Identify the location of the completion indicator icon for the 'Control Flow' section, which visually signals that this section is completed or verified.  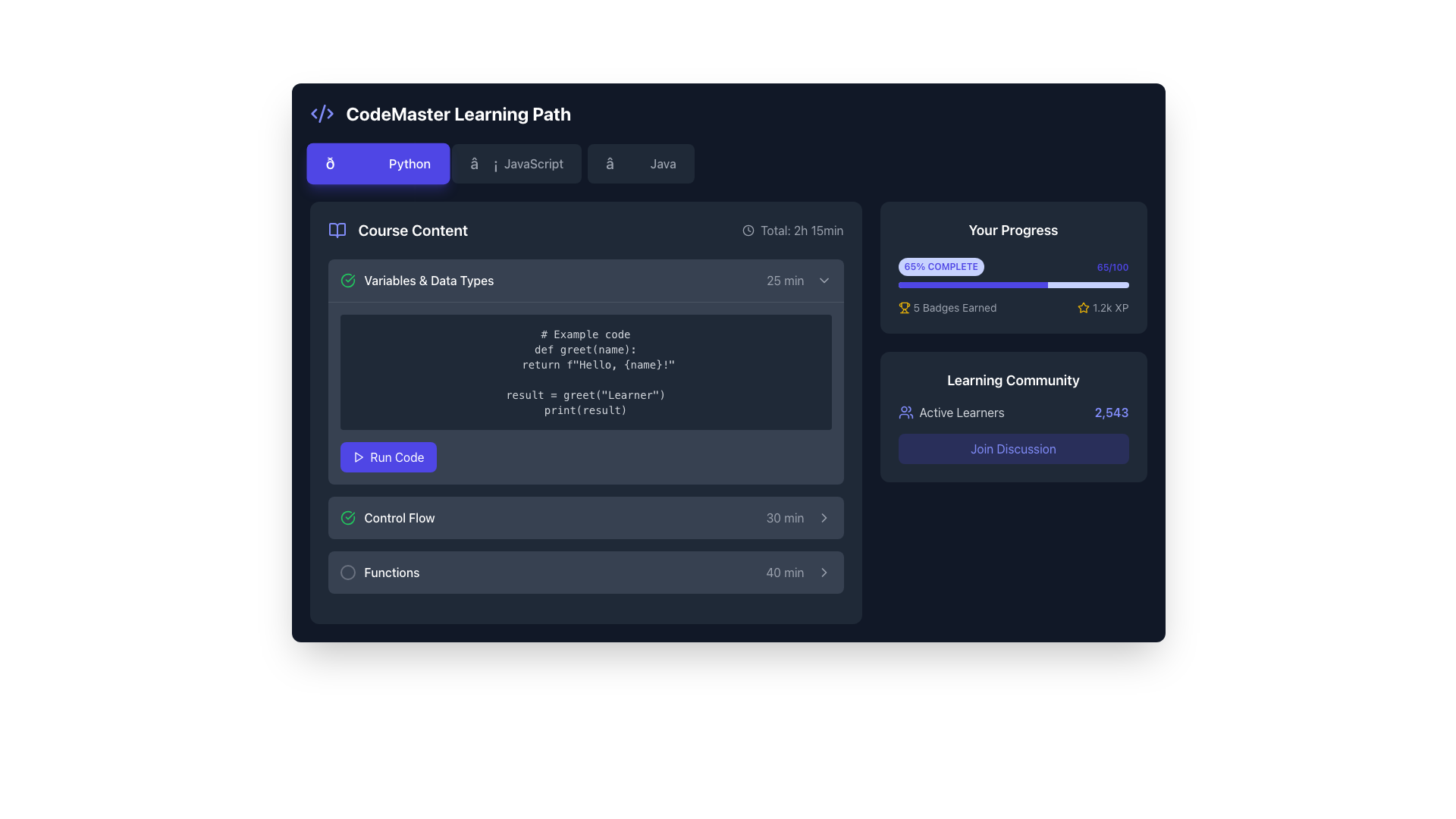
(347, 516).